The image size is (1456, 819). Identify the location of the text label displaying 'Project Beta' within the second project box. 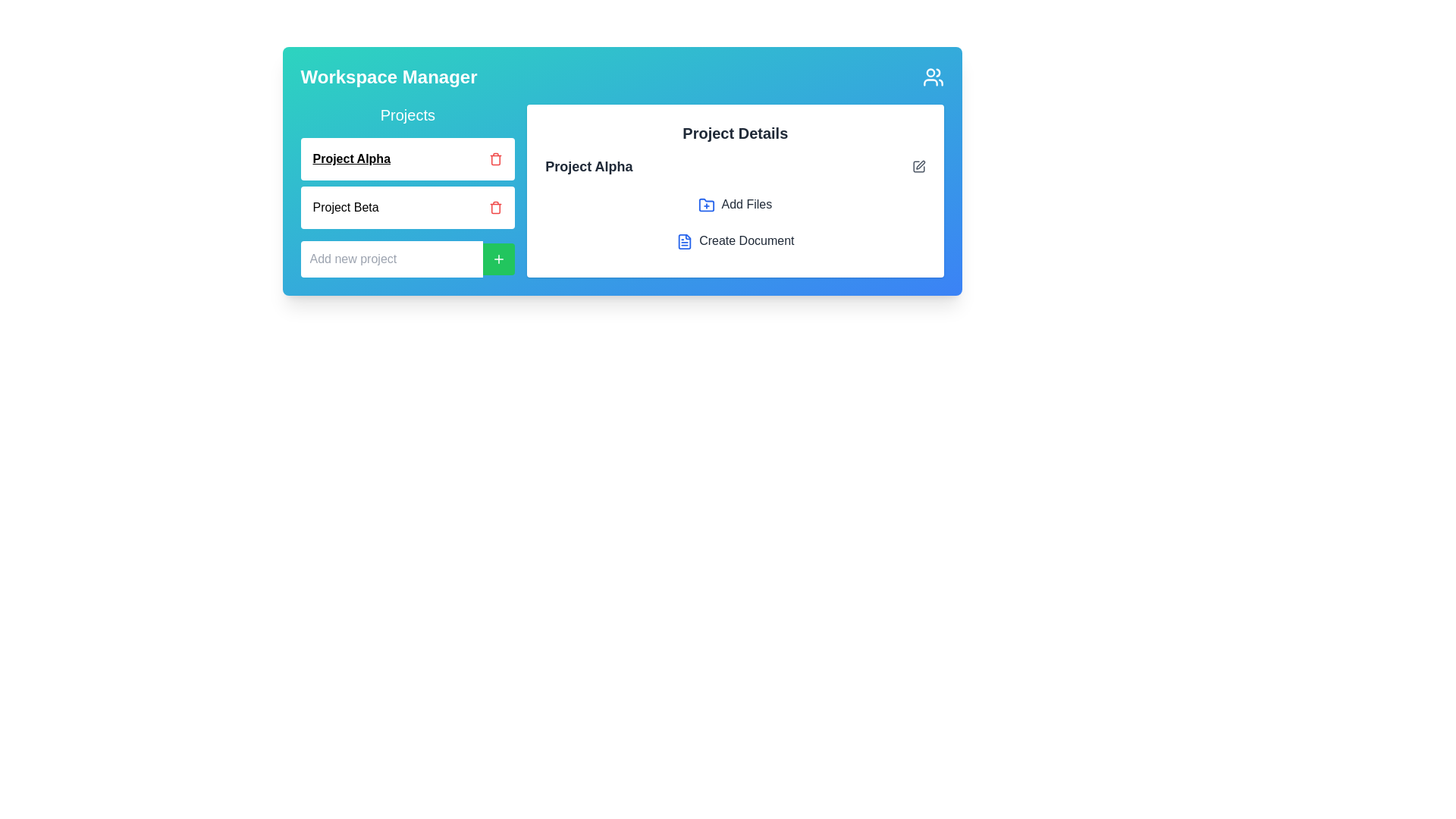
(345, 207).